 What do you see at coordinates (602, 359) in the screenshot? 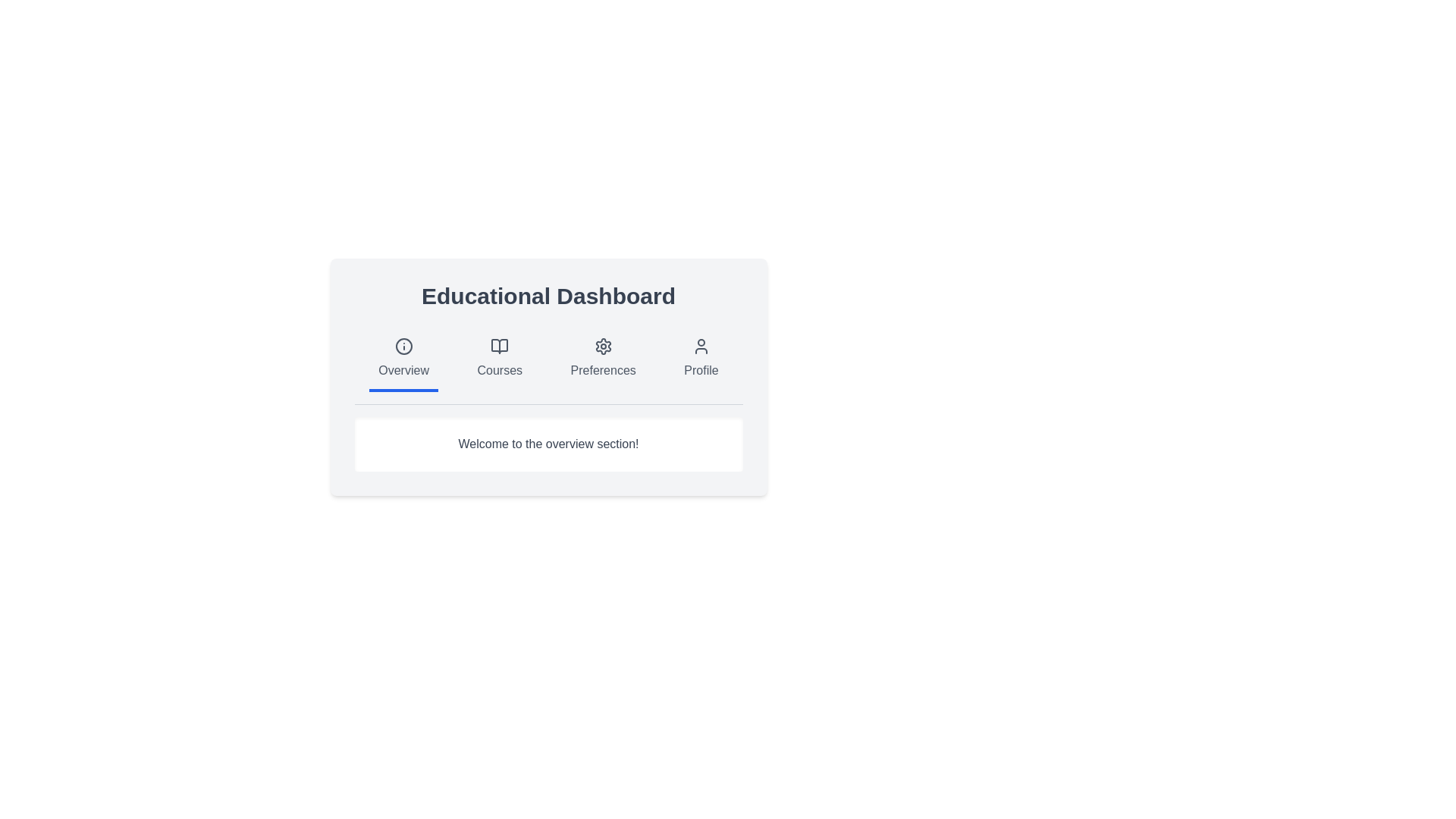
I see `the 'Preferences' button in the navigation bar, which features a gear icon and is located between 'Courses' and 'Profile'` at bounding box center [602, 359].